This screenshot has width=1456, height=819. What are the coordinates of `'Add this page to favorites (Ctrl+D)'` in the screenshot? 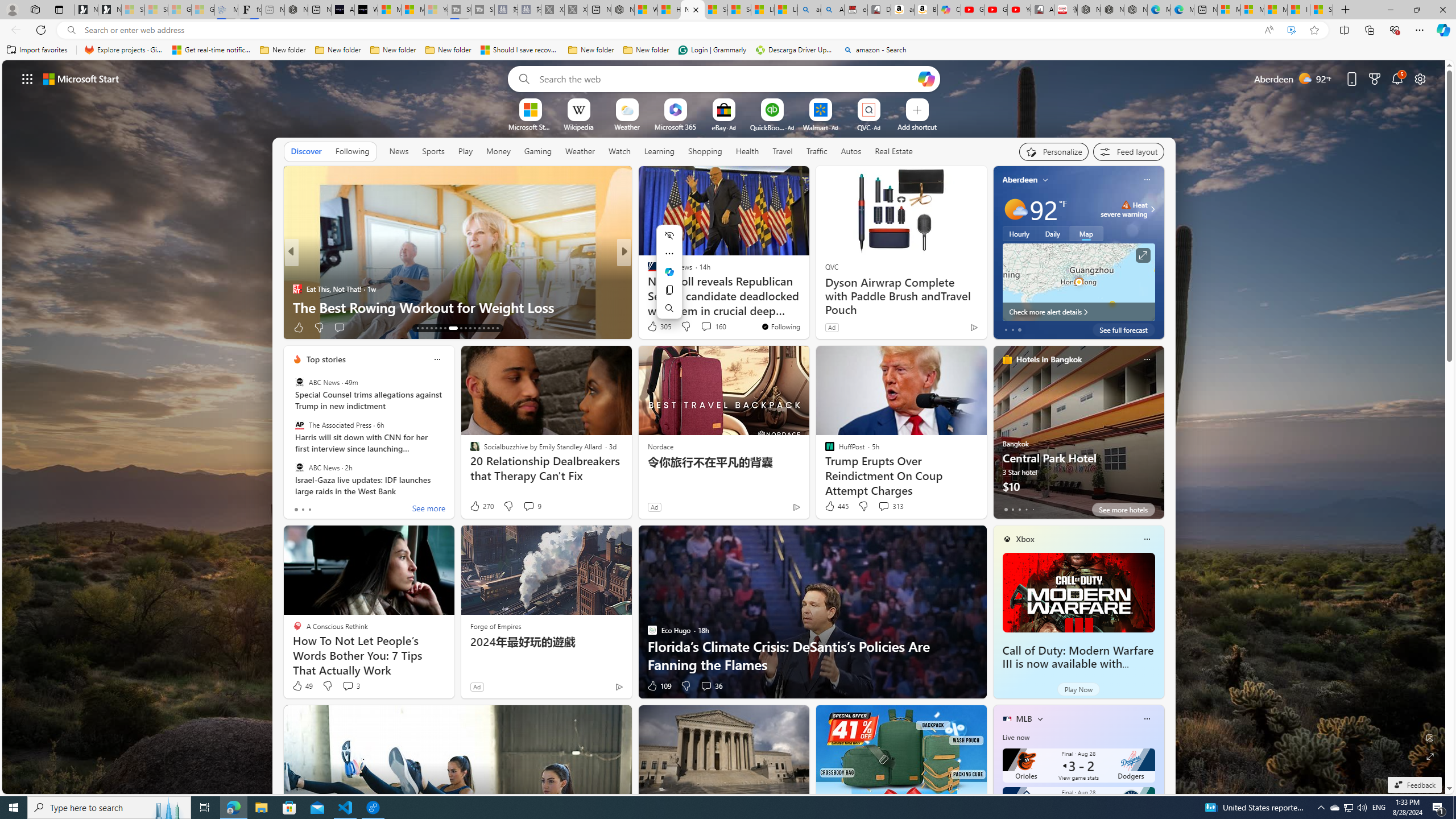 It's located at (1314, 30).